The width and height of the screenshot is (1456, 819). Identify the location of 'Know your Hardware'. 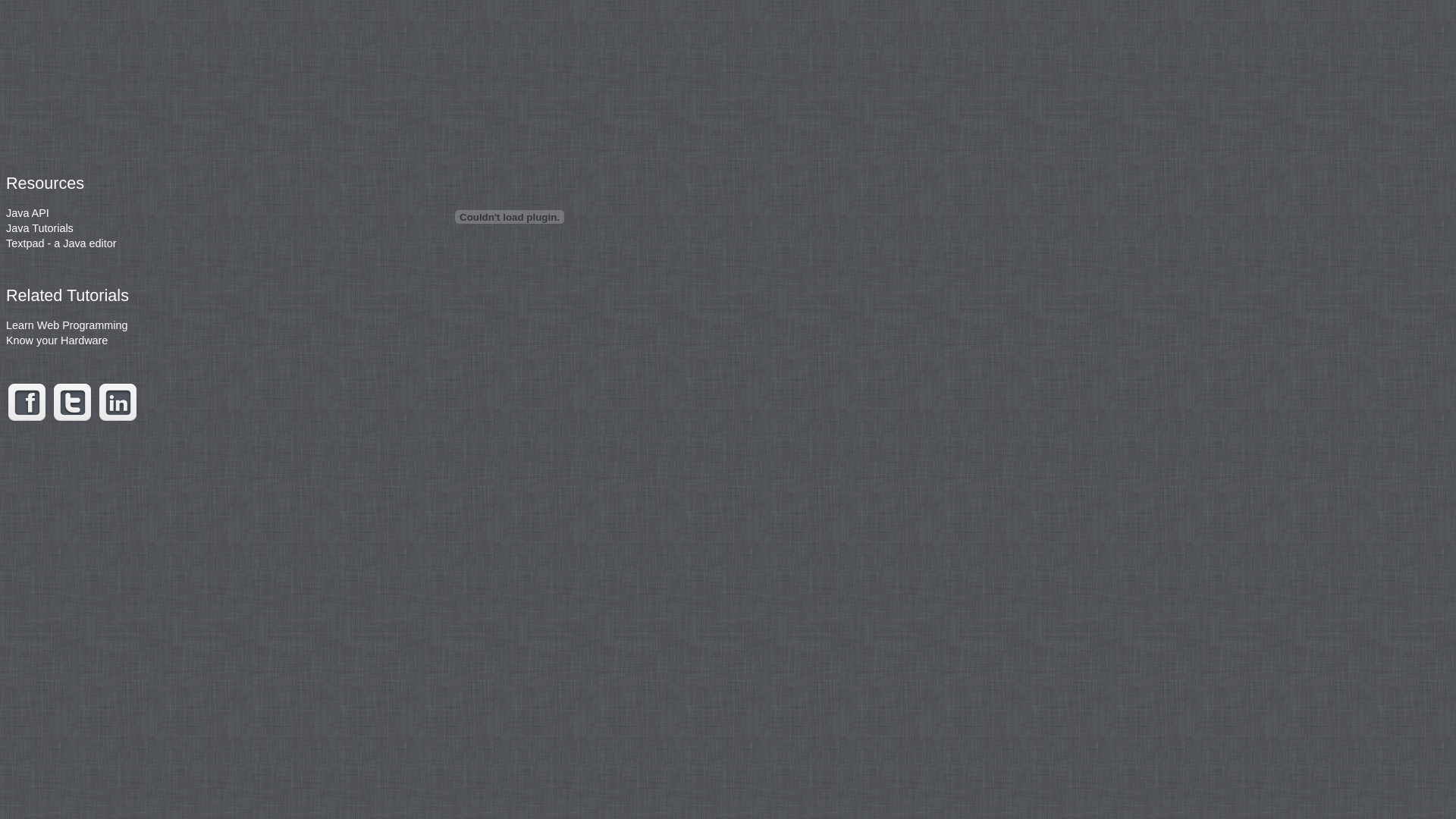
(57, 339).